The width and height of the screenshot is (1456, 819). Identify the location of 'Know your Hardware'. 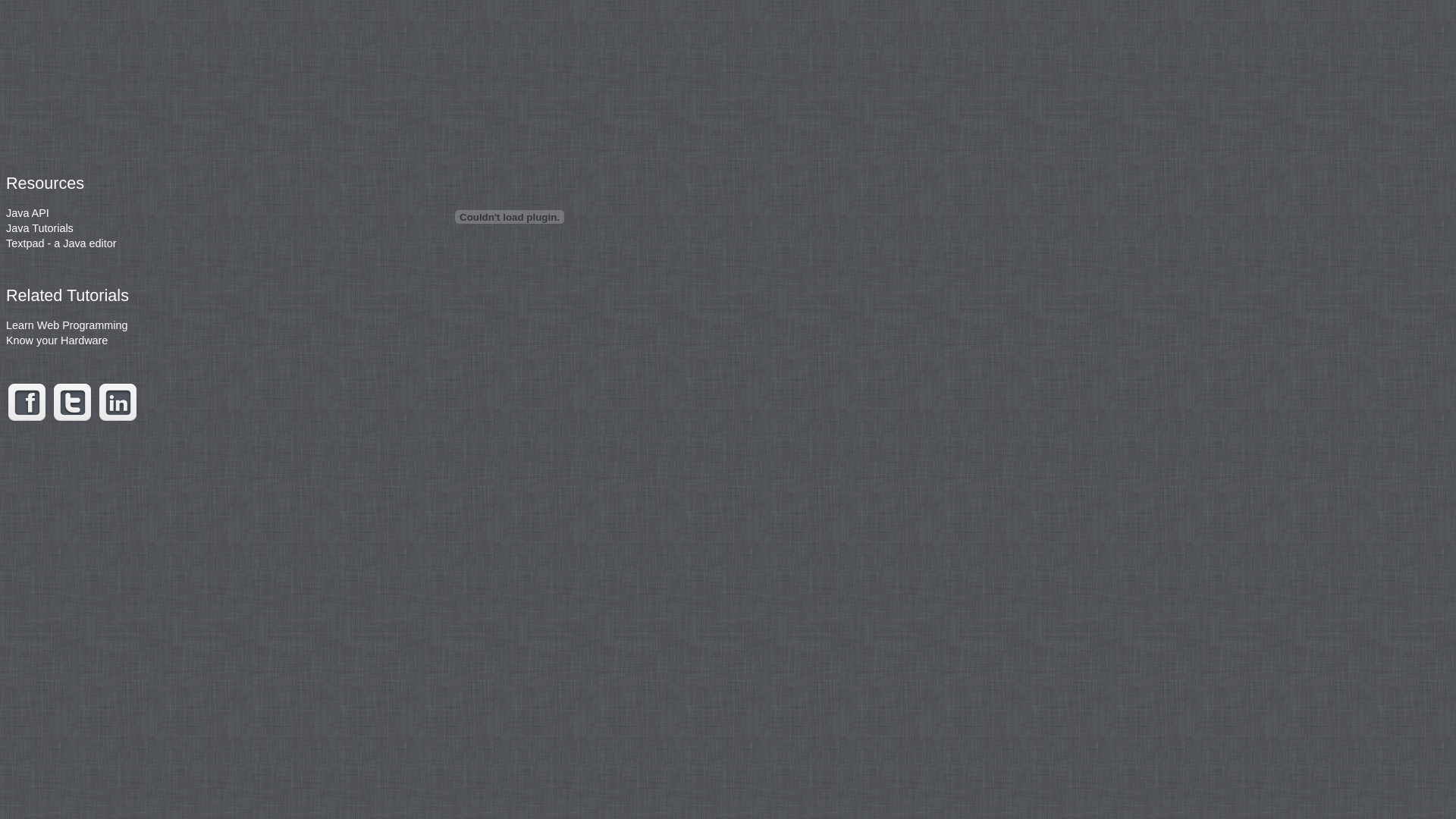
(57, 339).